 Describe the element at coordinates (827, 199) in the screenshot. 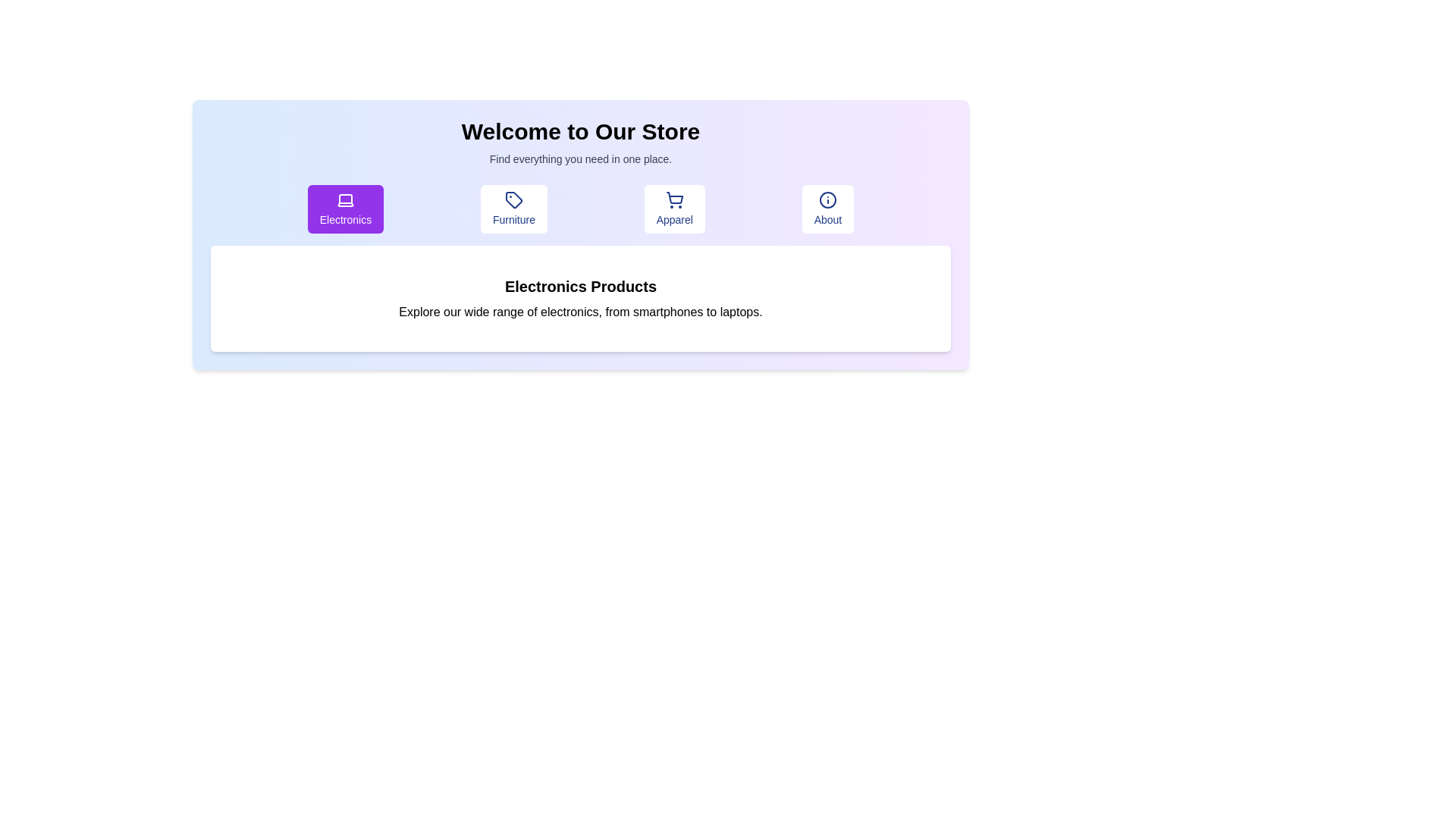

I see `the circular information icon with a blue outline located above the 'About' label in the fourth tile of options` at that location.